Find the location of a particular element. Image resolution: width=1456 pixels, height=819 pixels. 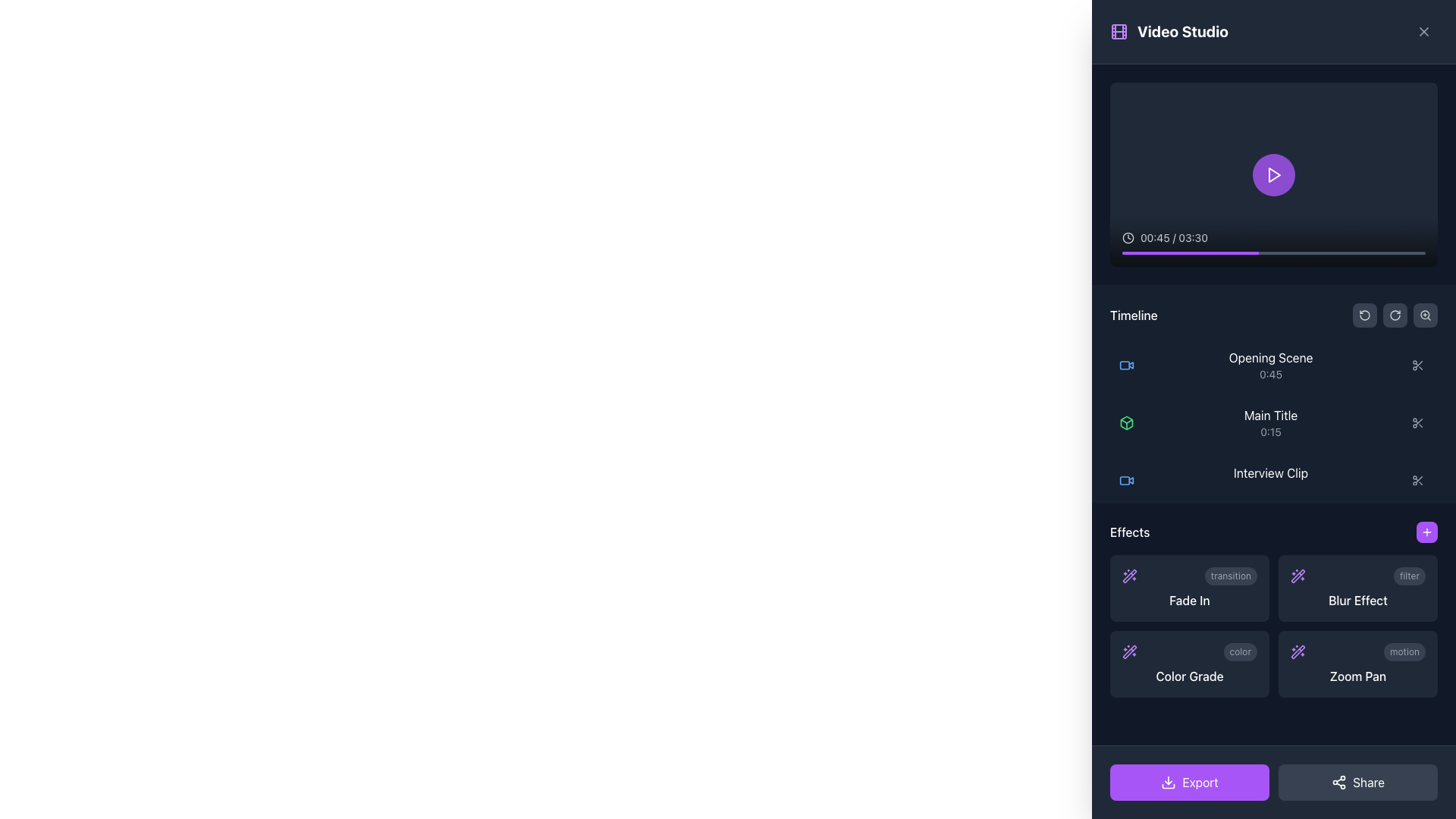

the text label displaying 'Effects', which is styled in white bold font and located in the lower right portion of the interface, near a button with a plus symbol is located at coordinates (1130, 532).